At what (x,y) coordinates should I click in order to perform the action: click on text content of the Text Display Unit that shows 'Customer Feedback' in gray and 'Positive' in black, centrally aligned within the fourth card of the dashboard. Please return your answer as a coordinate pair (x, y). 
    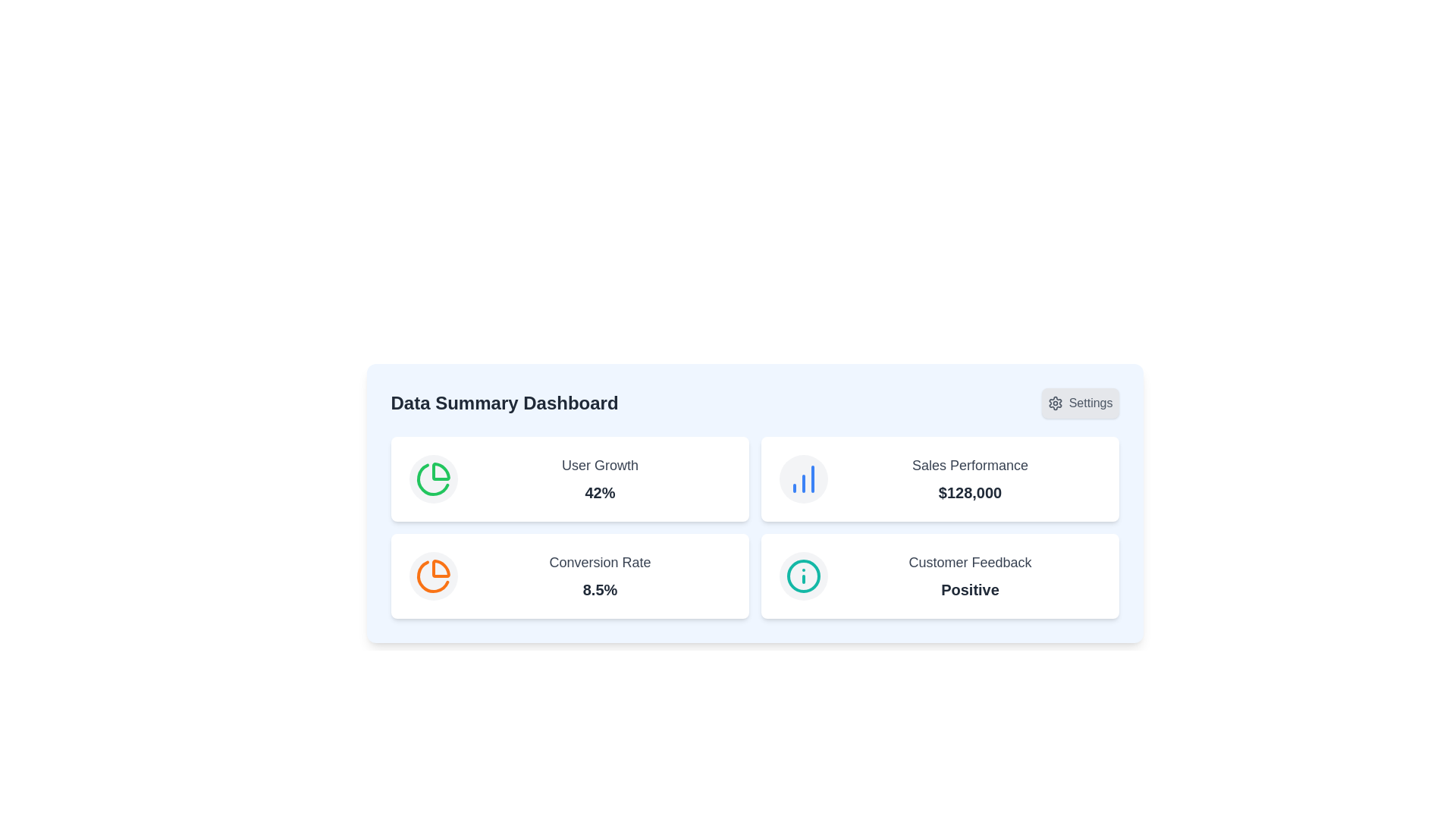
    Looking at the image, I should click on (969, 576).